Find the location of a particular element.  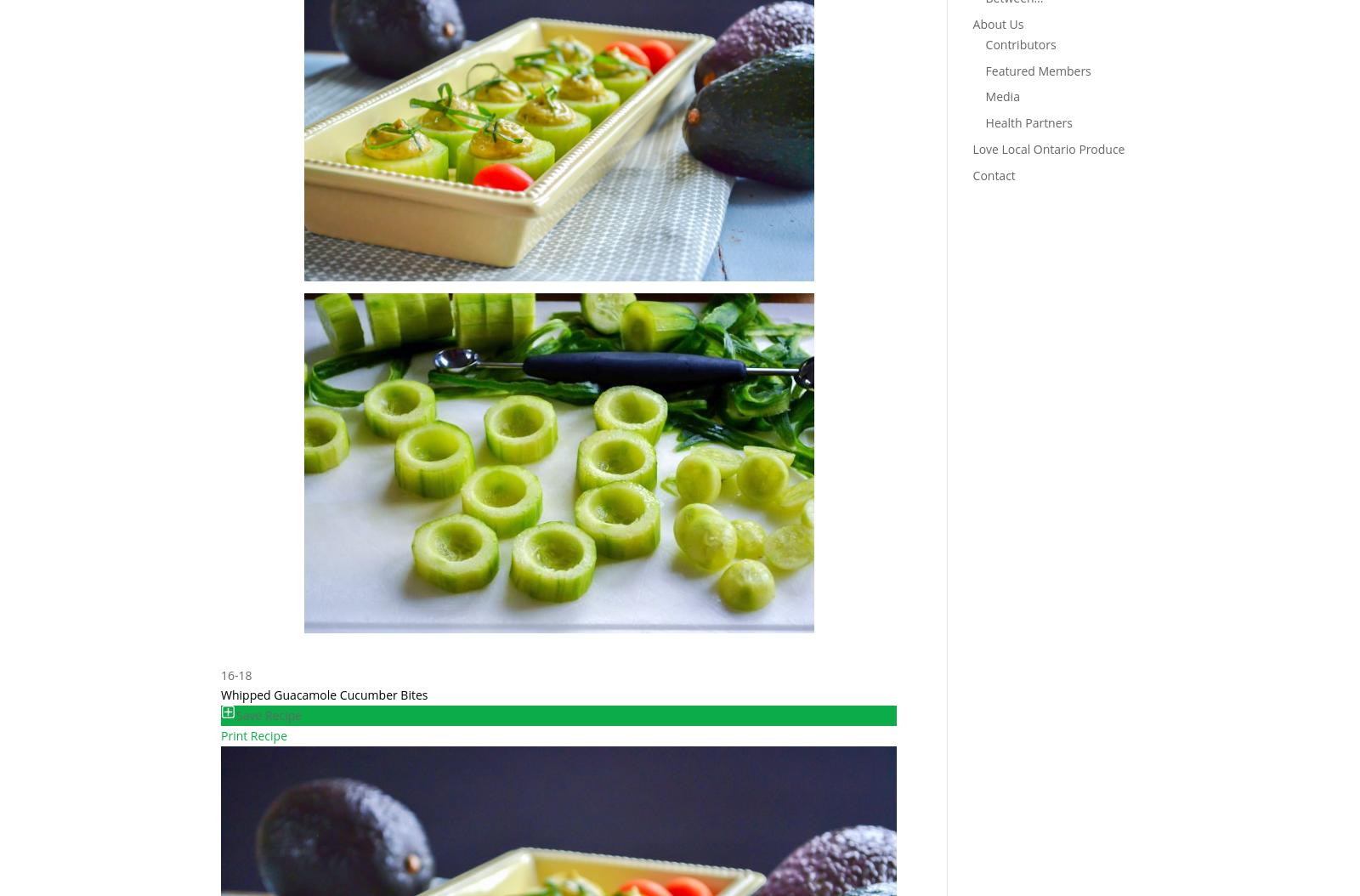

'Save Recipe' is located at coordinates (269, 714).